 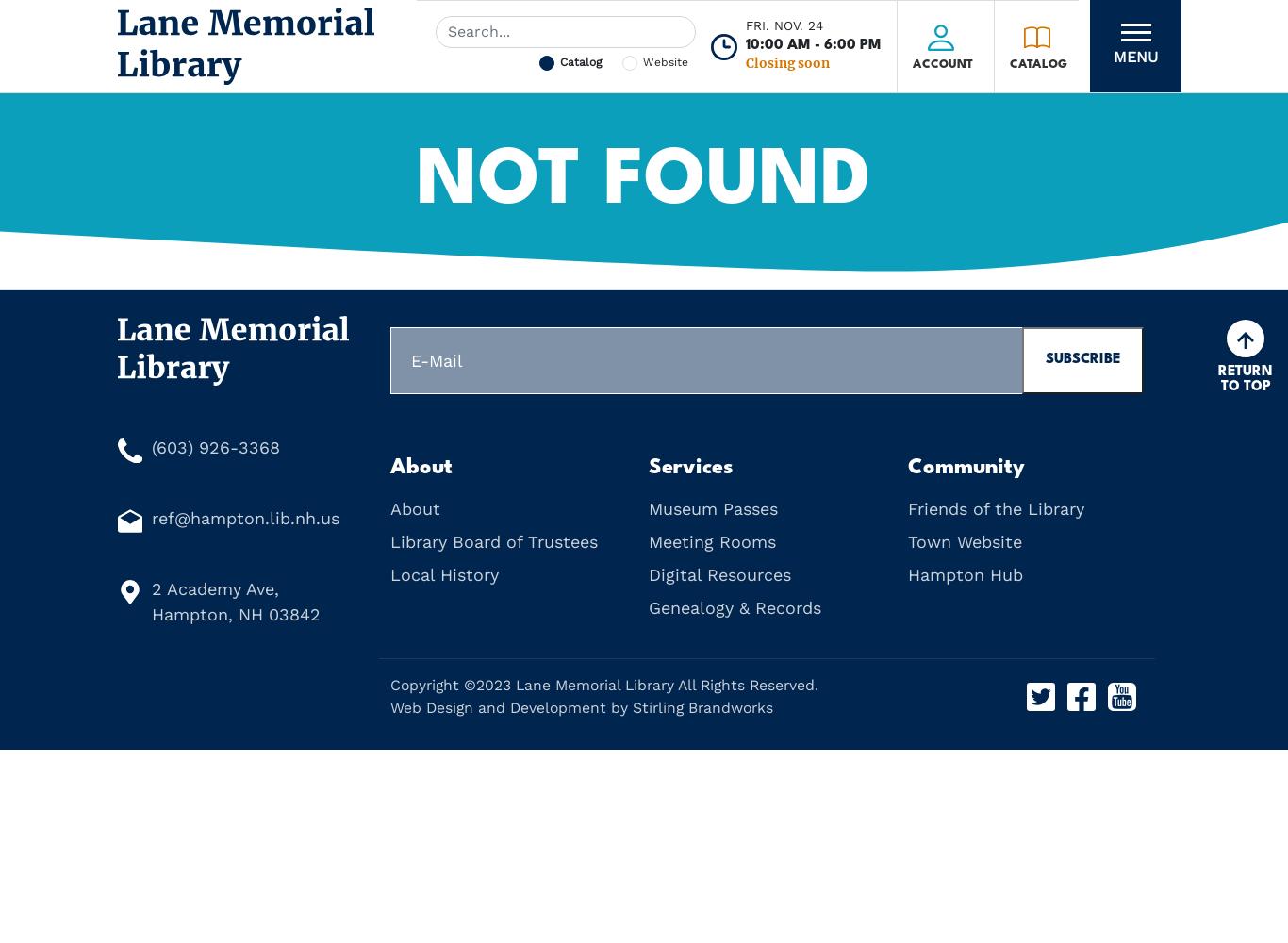 I want to click on 'Friends of the Library', so click(x=994, y=508).